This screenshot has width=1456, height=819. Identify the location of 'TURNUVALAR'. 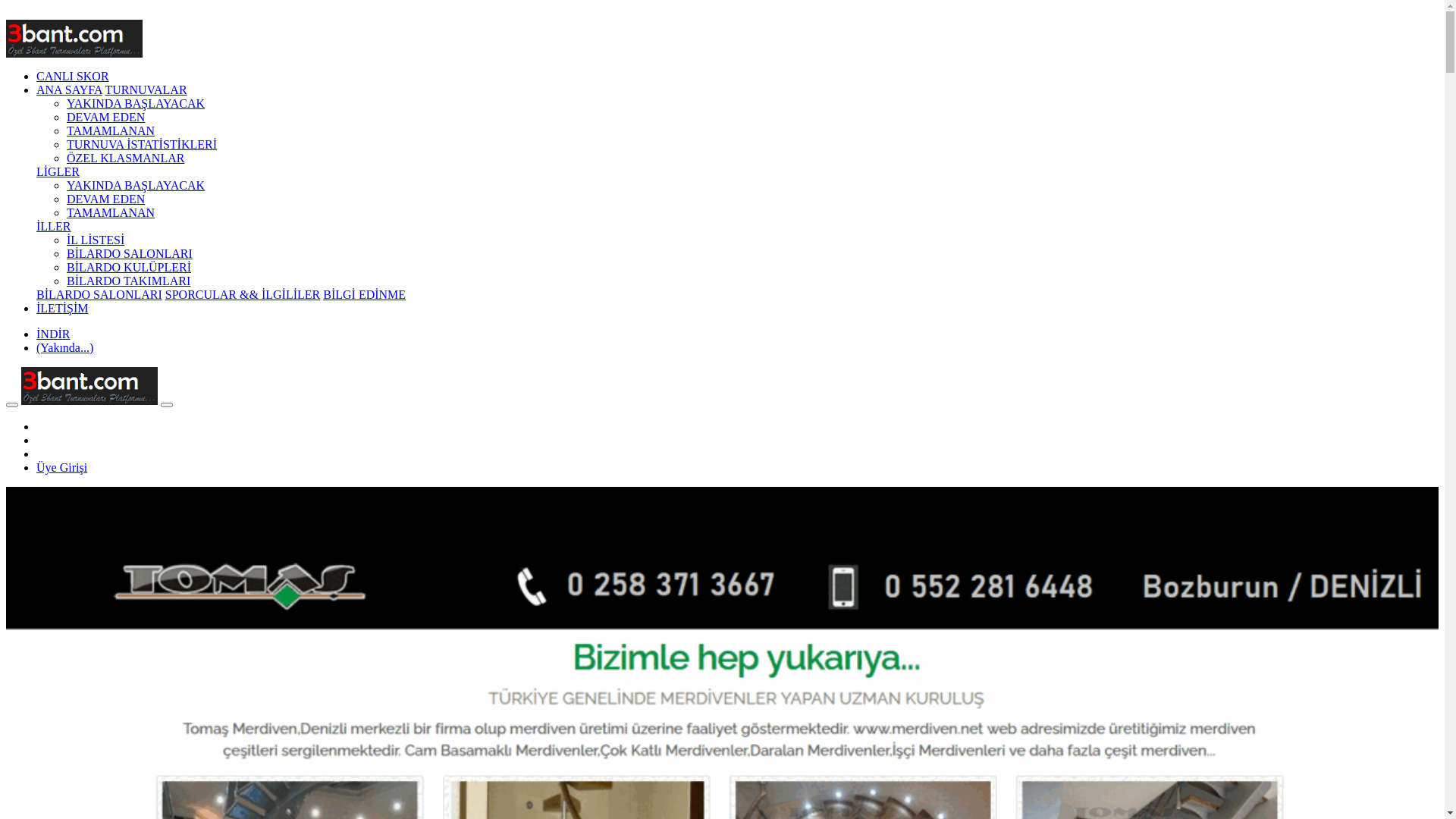
(146, 89).